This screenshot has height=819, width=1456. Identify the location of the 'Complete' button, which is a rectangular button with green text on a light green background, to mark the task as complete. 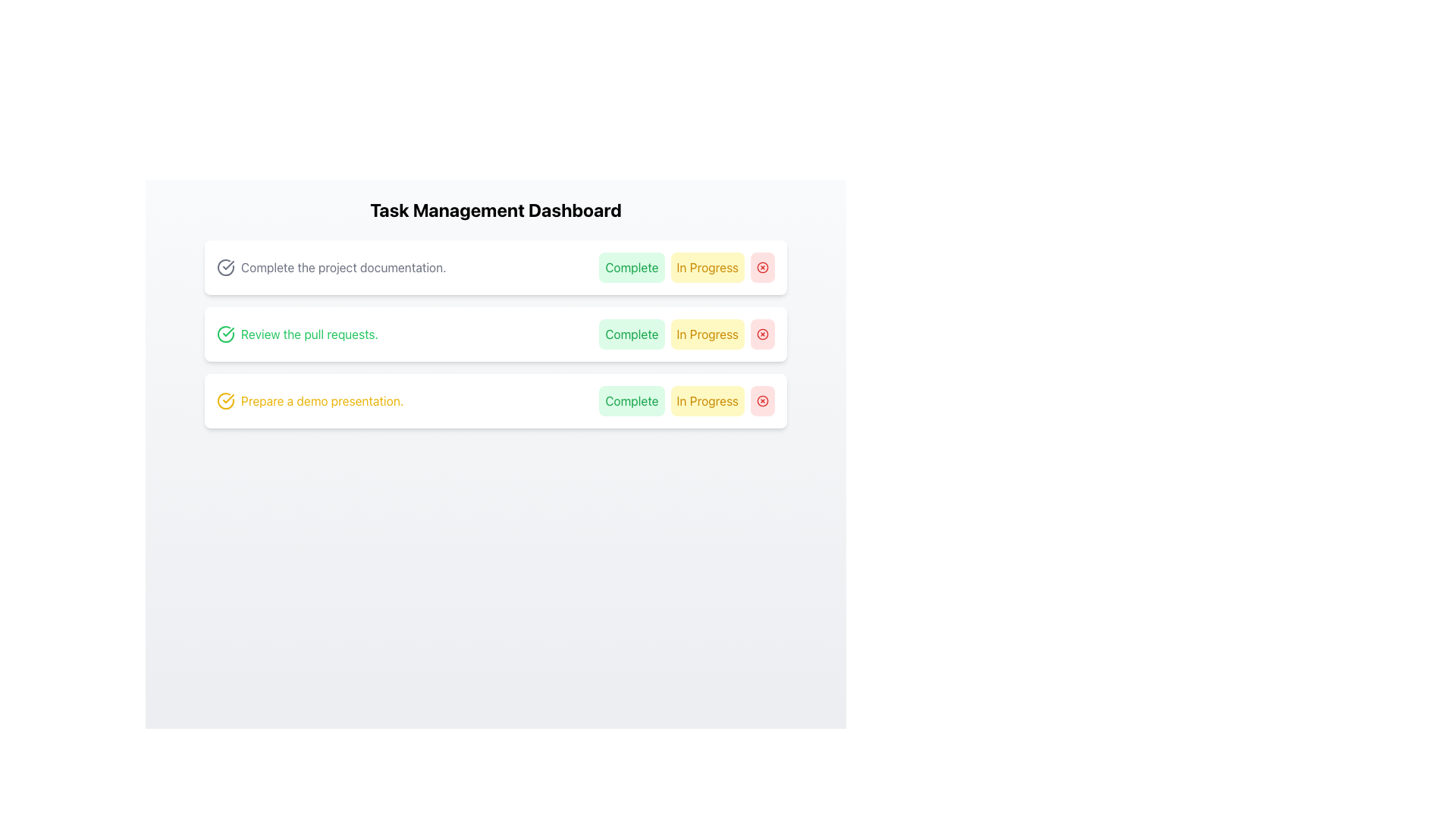
(632, 267).